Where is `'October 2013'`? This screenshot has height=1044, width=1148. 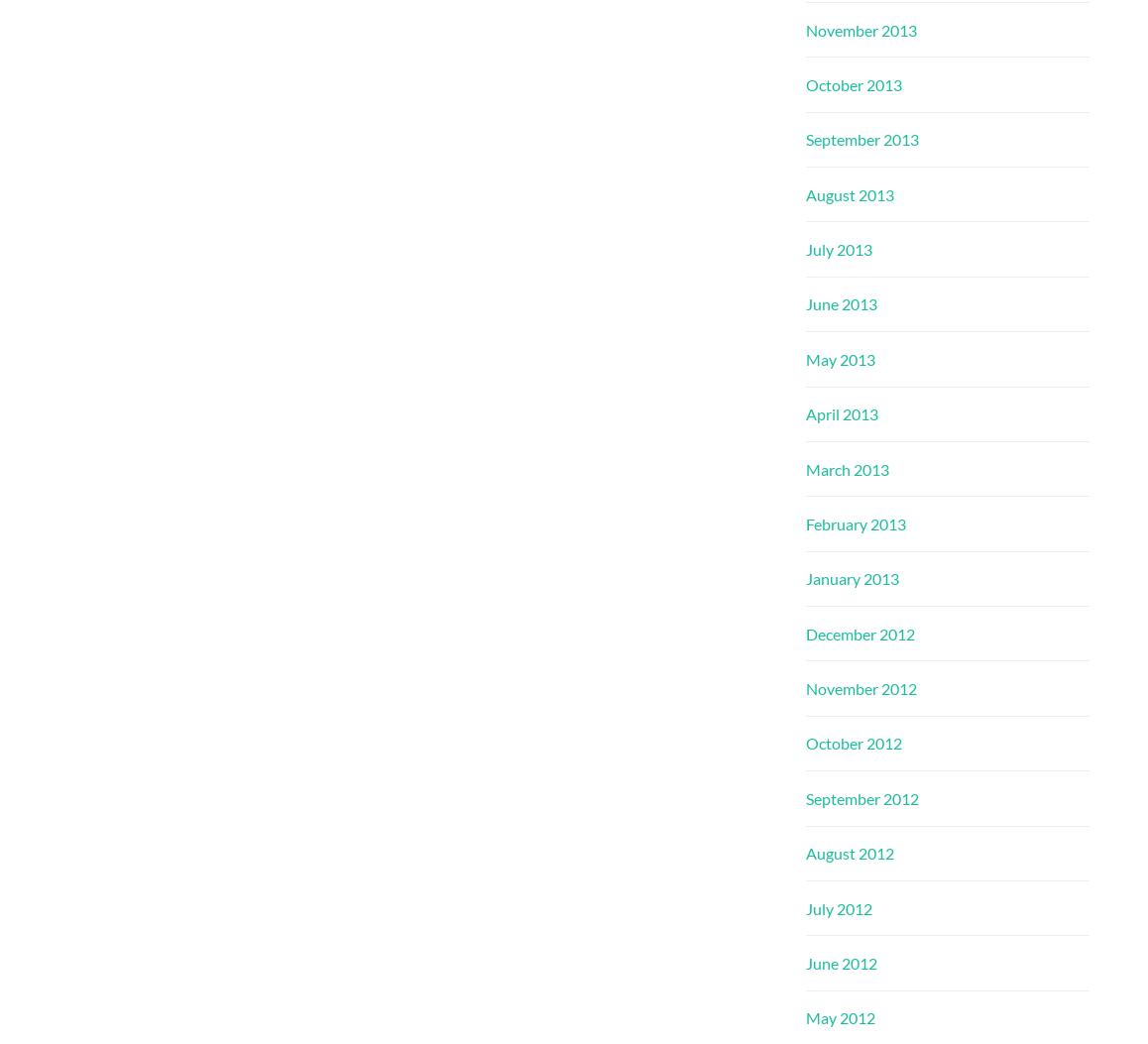
'October 2013' is located at coordinates (853, 82).